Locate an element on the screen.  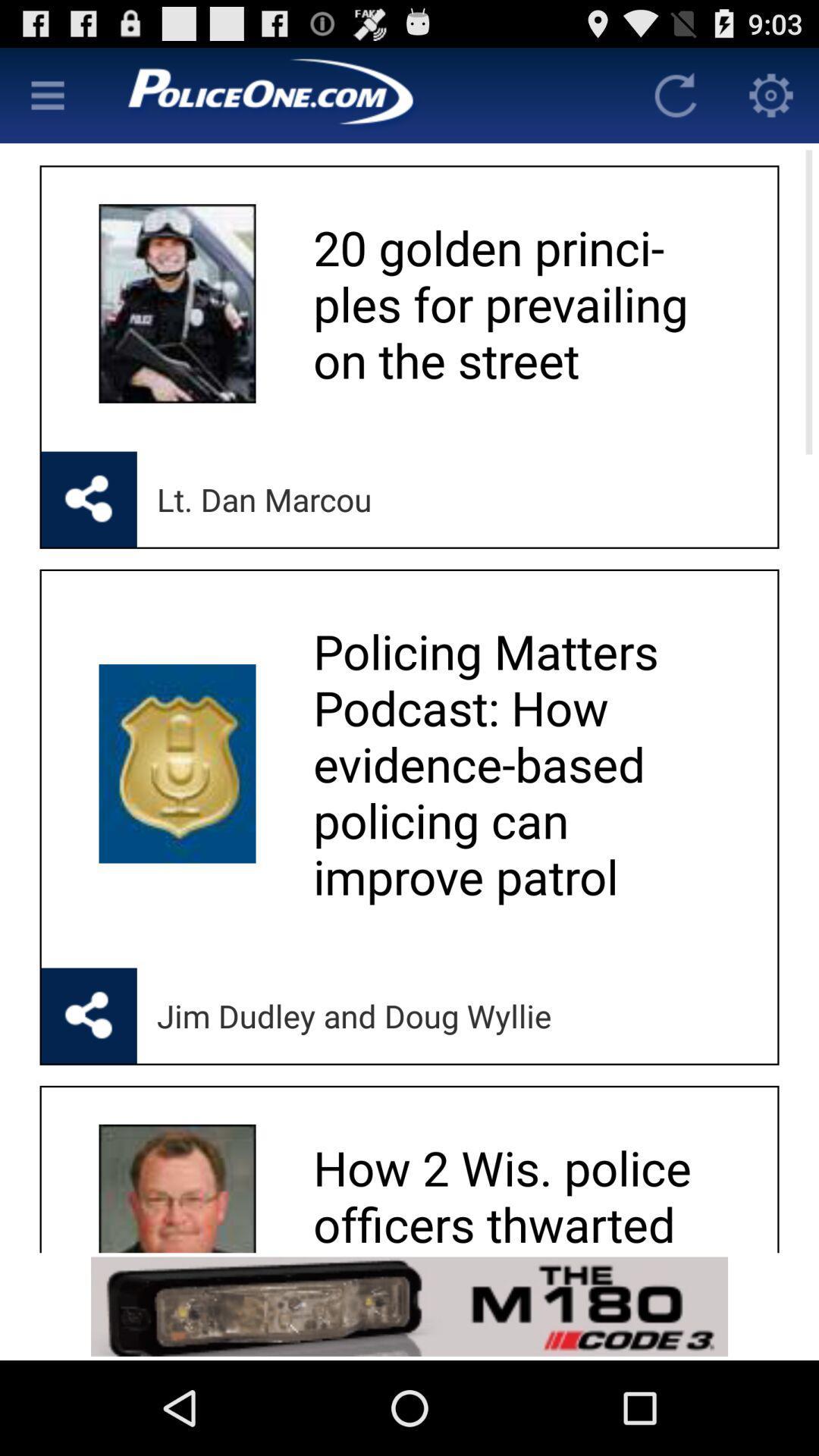
menu page is located at coordinates (46, 94).